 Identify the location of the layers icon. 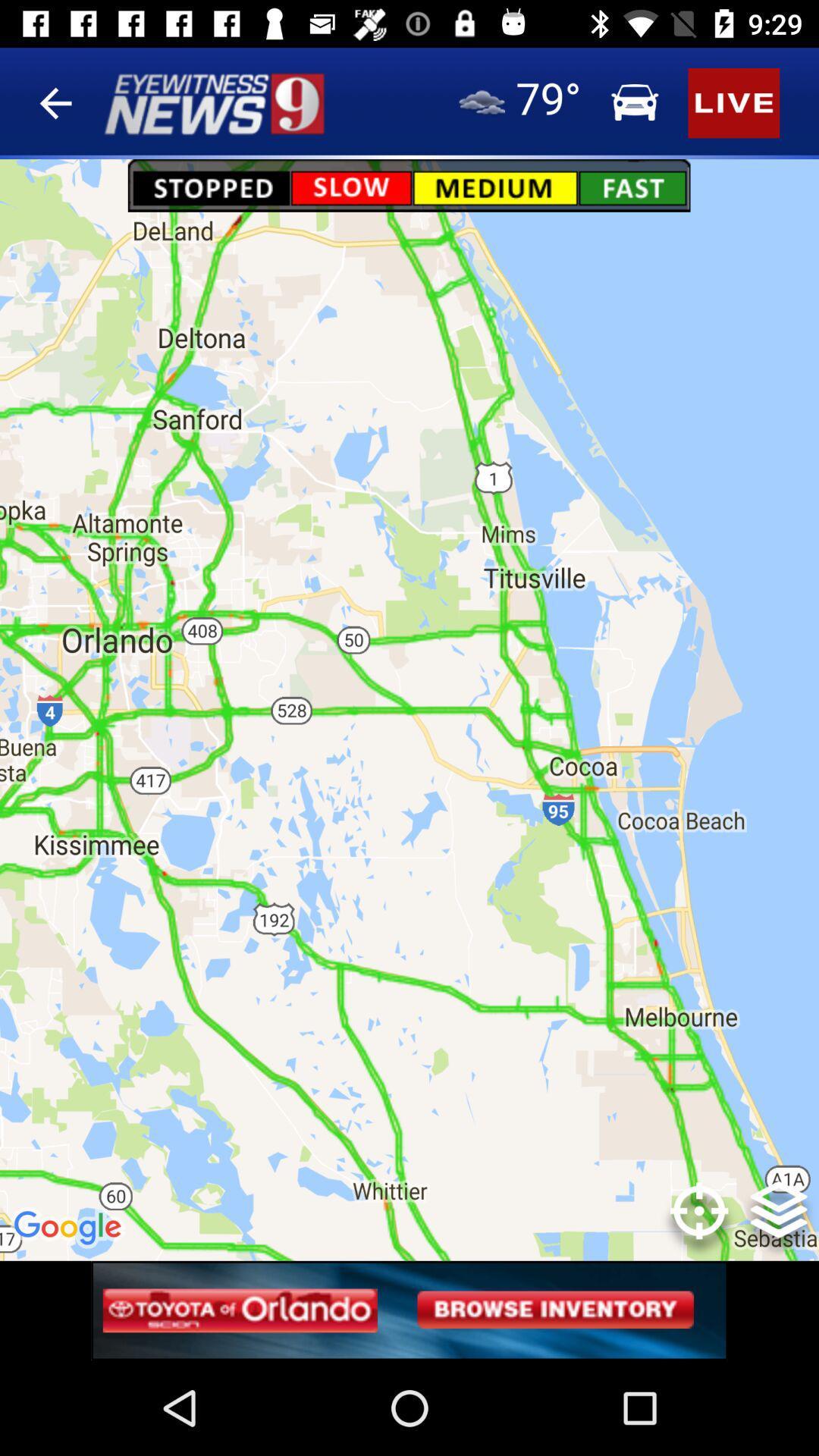
(779, 1221).